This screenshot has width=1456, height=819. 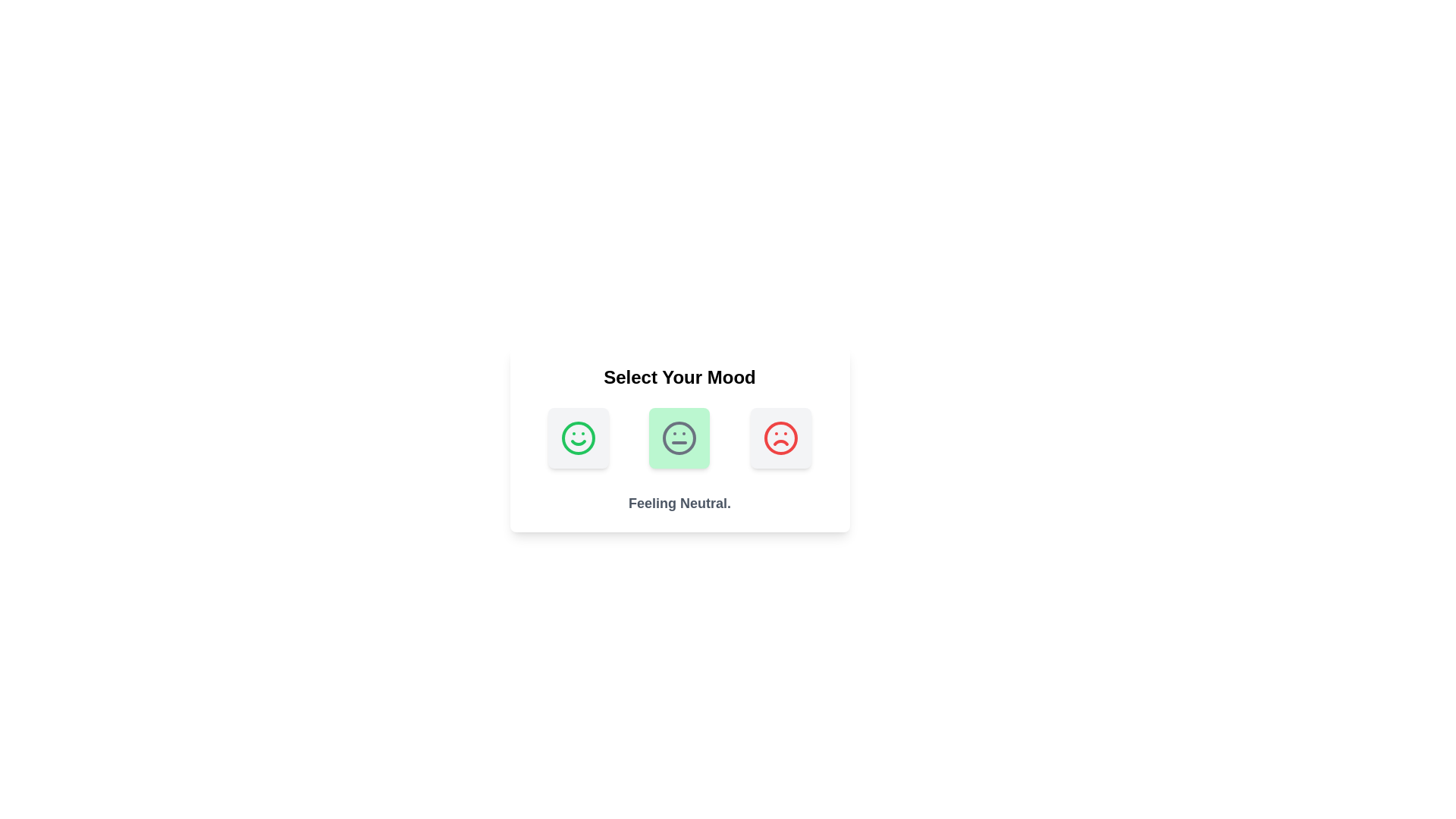 I want to click on any face icon in the Button Group located beneath the 'Select Your Mood' heading, so click(x=679, y=438).